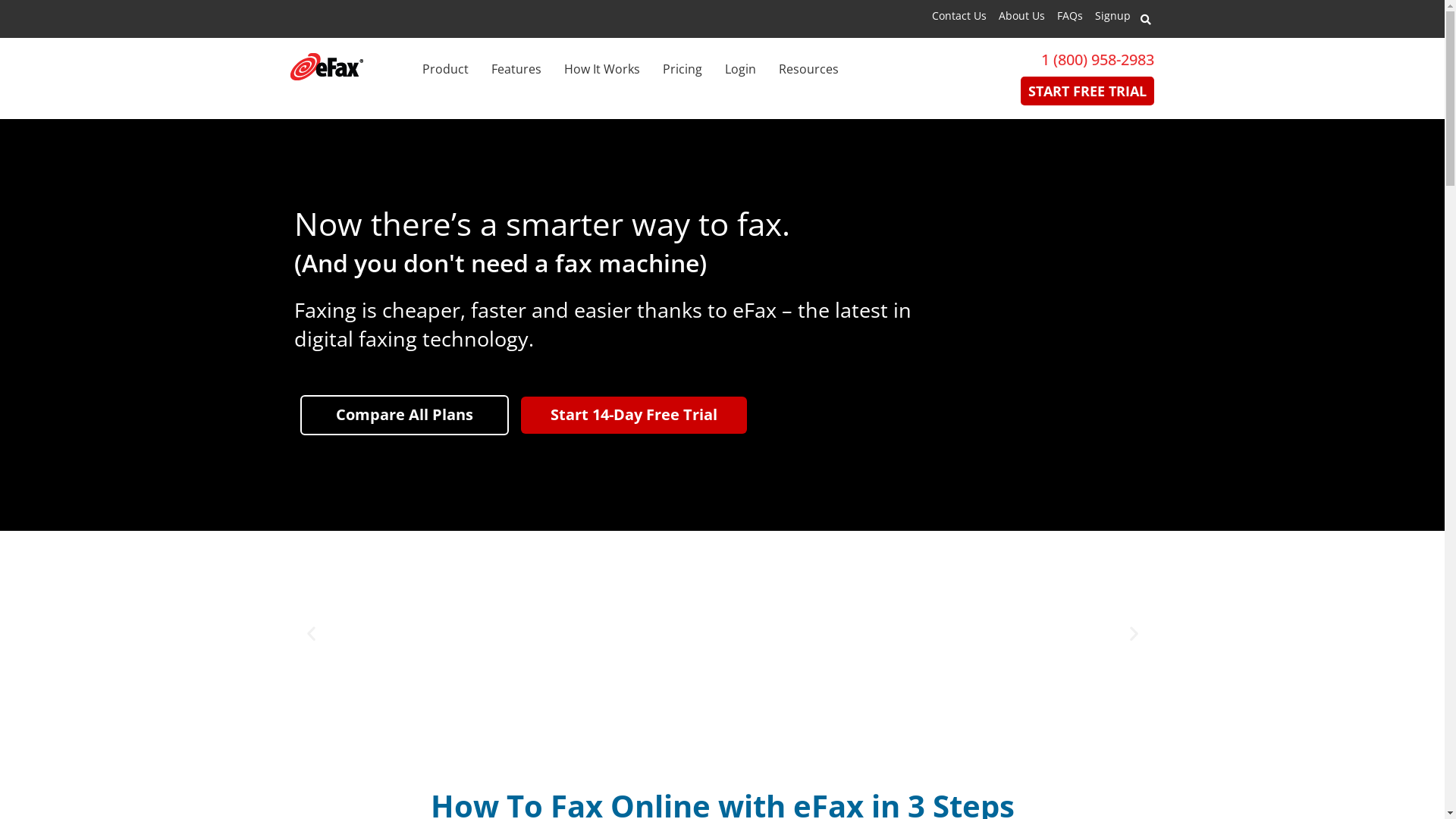  I want to click on '1 (800) 958-2983', so click(1097, 58).